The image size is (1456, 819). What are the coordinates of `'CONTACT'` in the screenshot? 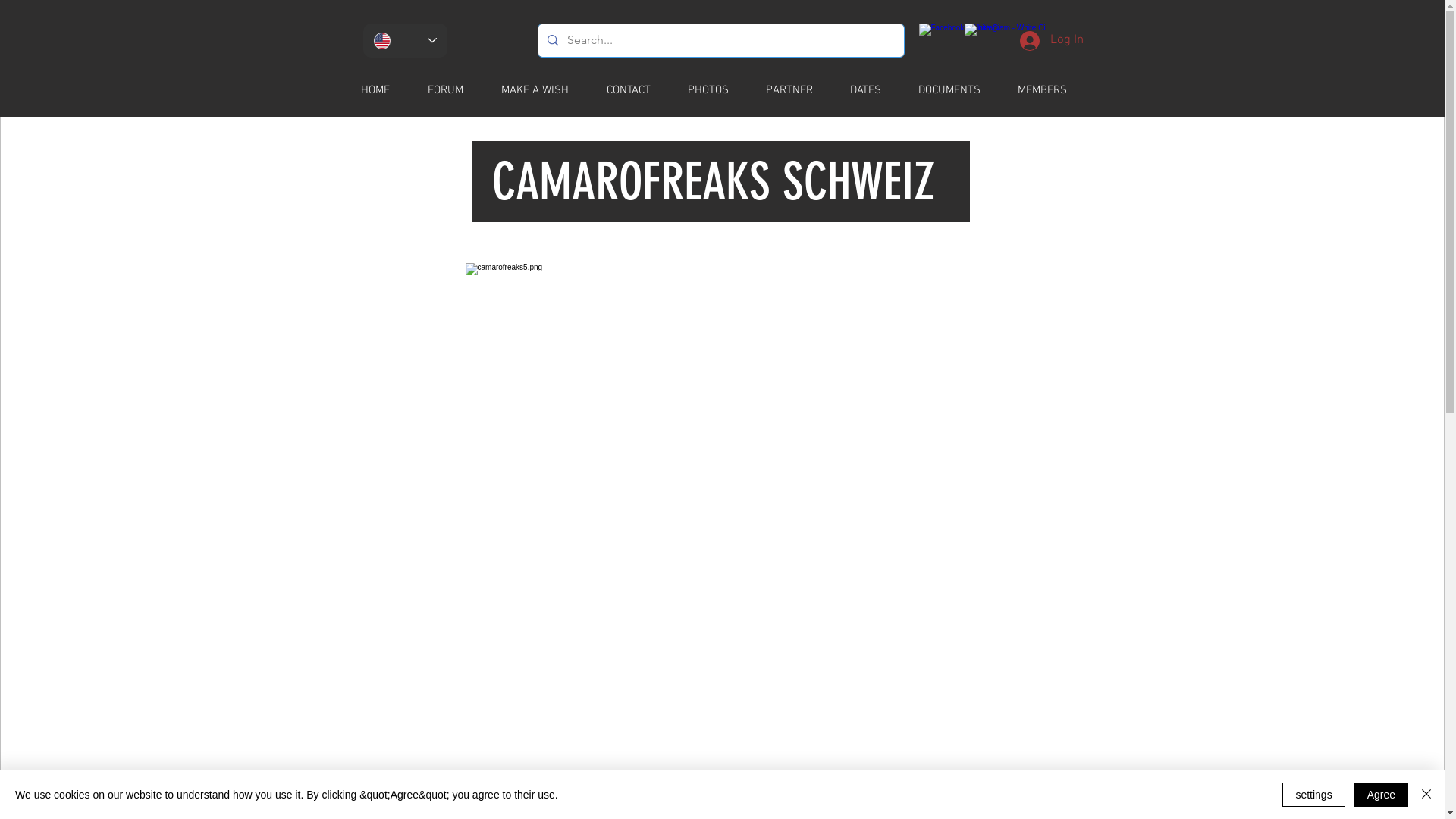 It's located at (636, 90).